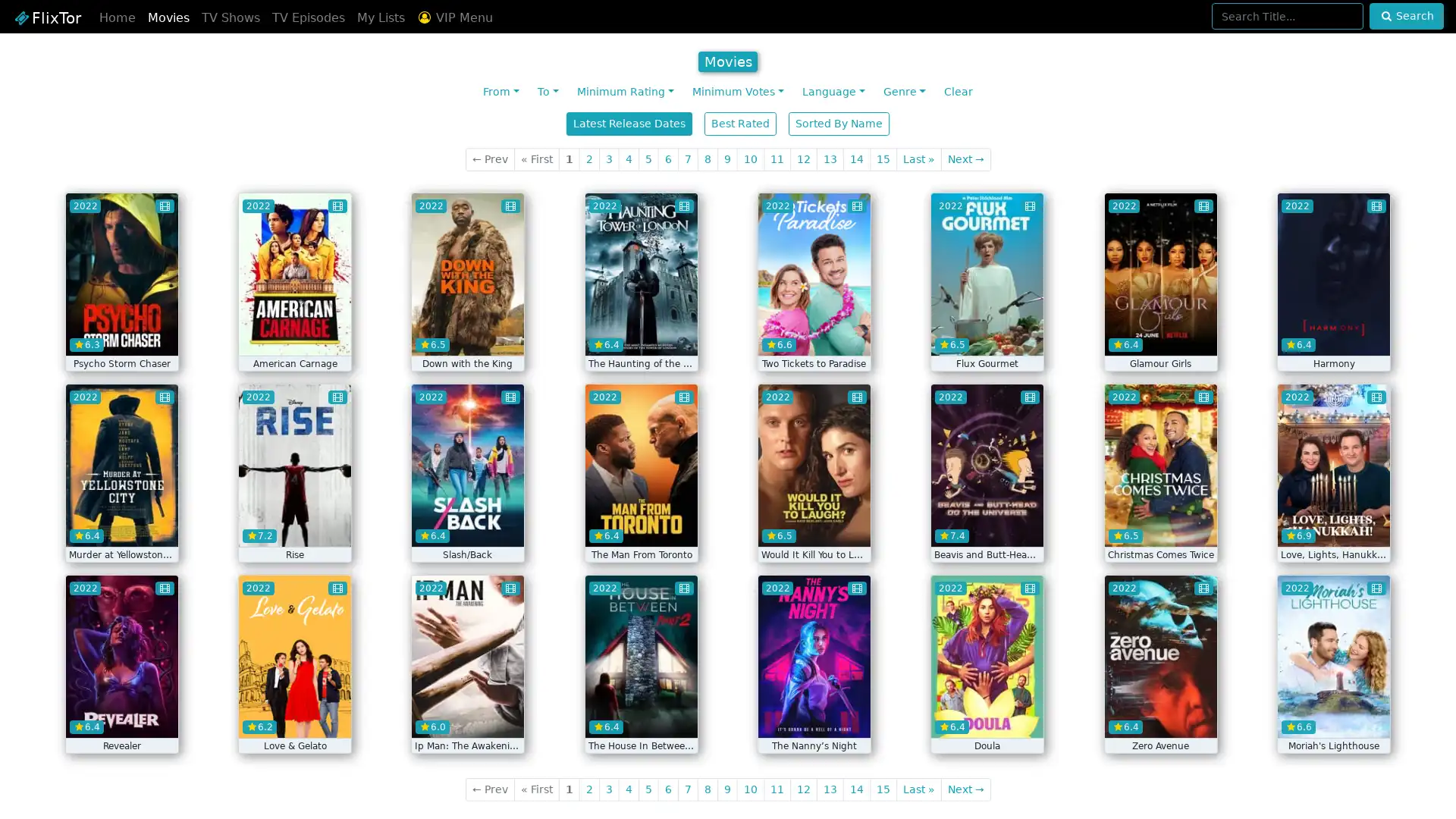  I want to click on Watch Now, so click(294, 523).